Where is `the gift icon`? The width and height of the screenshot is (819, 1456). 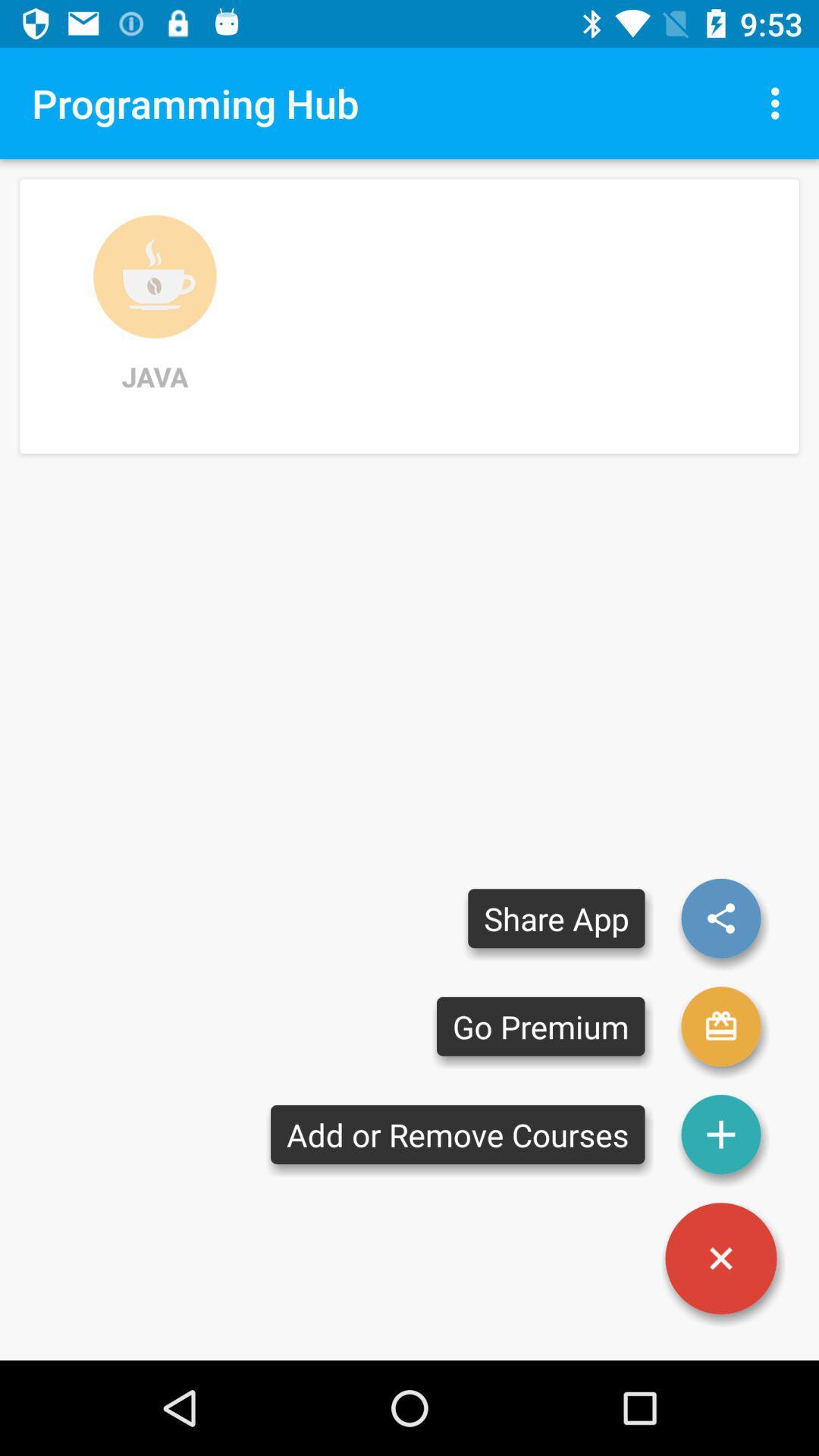
the gift icon is located at coordinates (720, 1026).